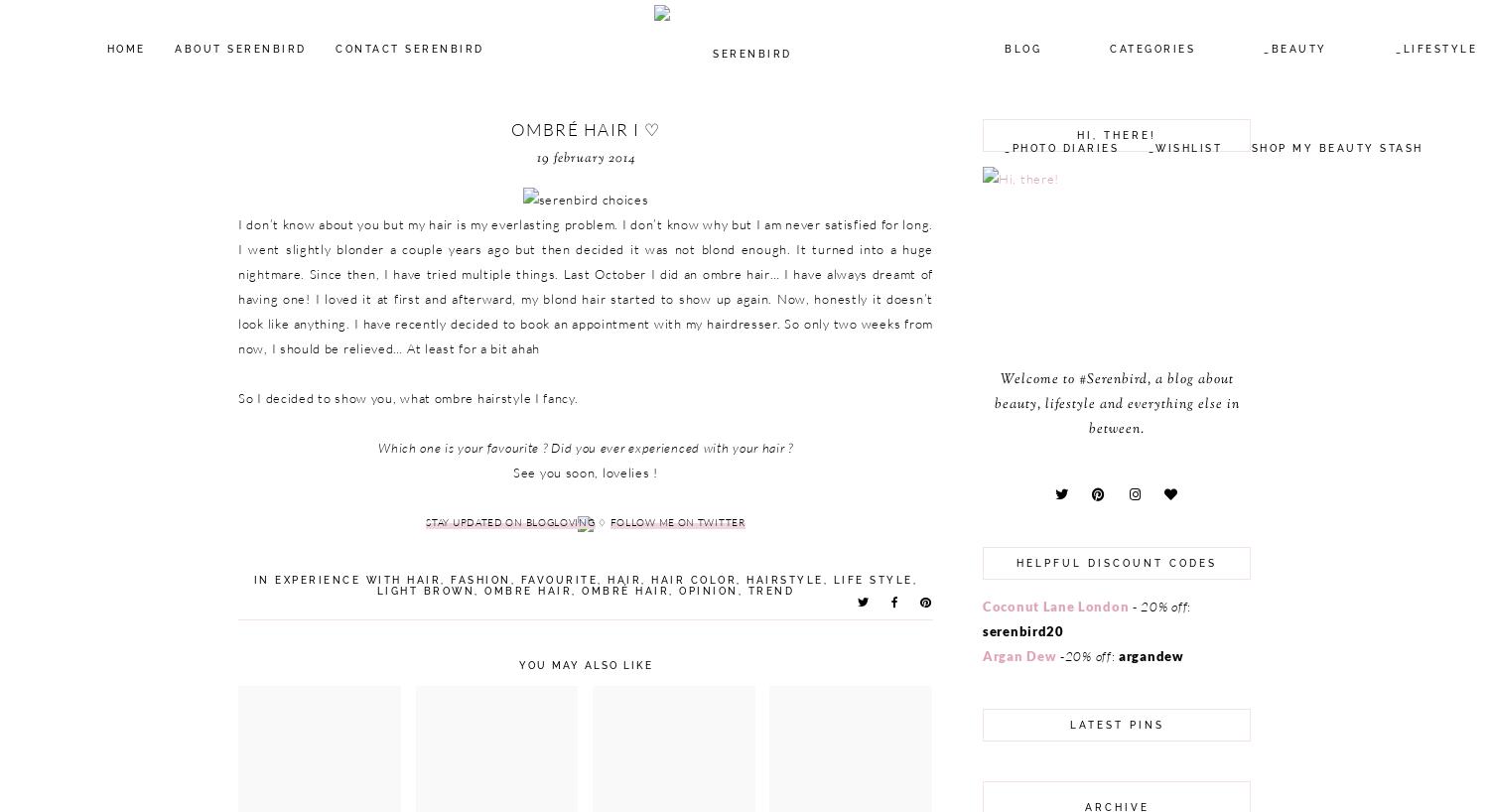 Image resolution: width=1489 pixels, height=812 pixels. What do you see at coordinates (584, 285) in the screenshot?
I see `'I don’t know about you but my hair is my everlasting problem. I don’t know why but I am never satisfied for long. I went slightly blonder a couple years ago but then decided it was not blond enough. It turned into a huge nightmare. Since then, I have tried multiple things. Last October I did an ombre hair… I have always dreamt of having one! I loved it at first and afterward, my blond hair started to show up again. Now, honestly it doesn’t look like anything.  I have recently decided to book an appointment with my hairdresser. So only two weeks from now, I should be relieved… At least for a bit ahah'` at bounding box center [584, 285].